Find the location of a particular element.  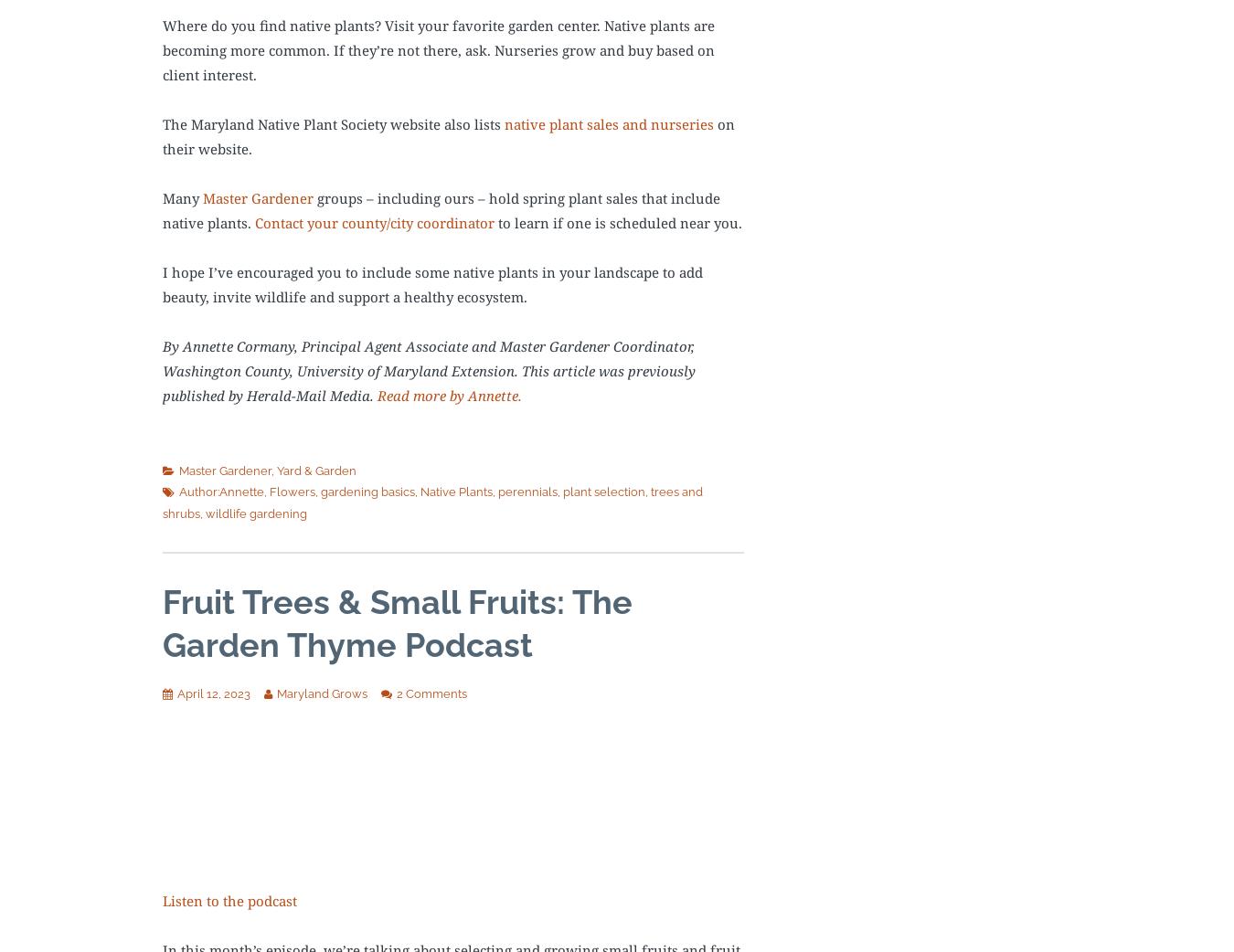

'Read more by Annette.' is located at coordinates (377, 394).